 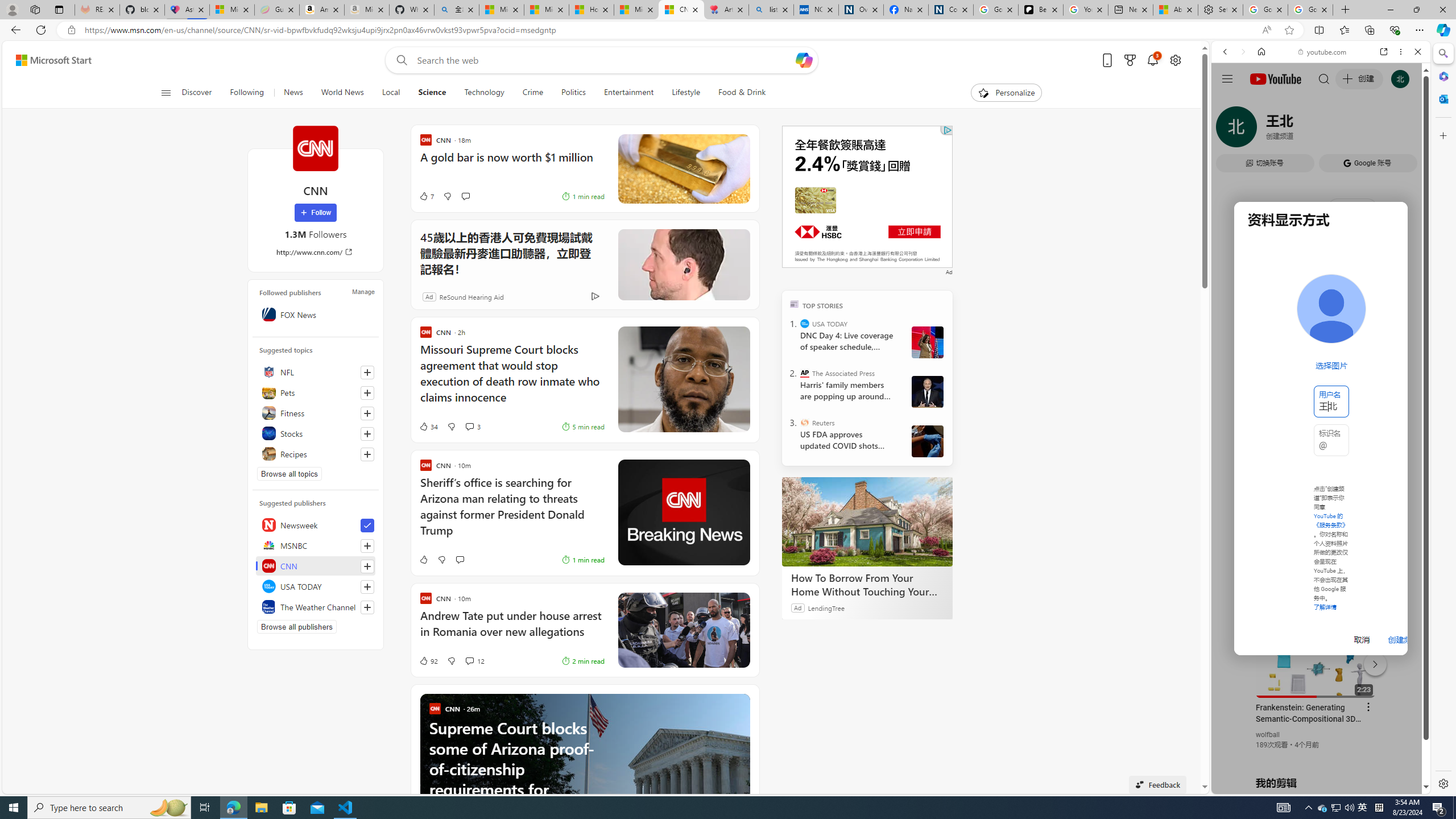 What do you see at coordinates (367, 454) in the screenshot?
I see `'Follow this topic'` at bounding box center [367, 454].